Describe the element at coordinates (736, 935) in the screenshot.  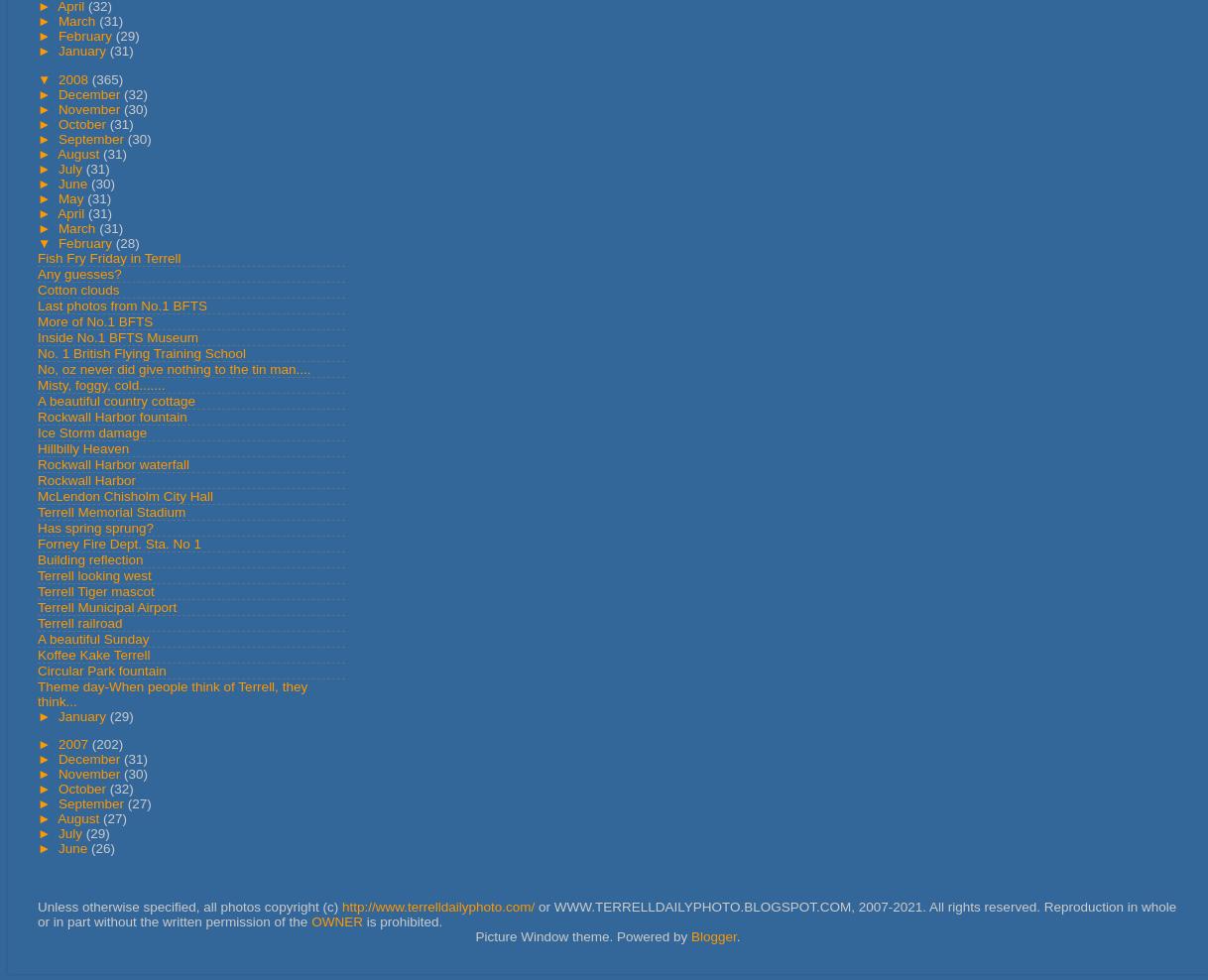
I see `'.'` at that location.